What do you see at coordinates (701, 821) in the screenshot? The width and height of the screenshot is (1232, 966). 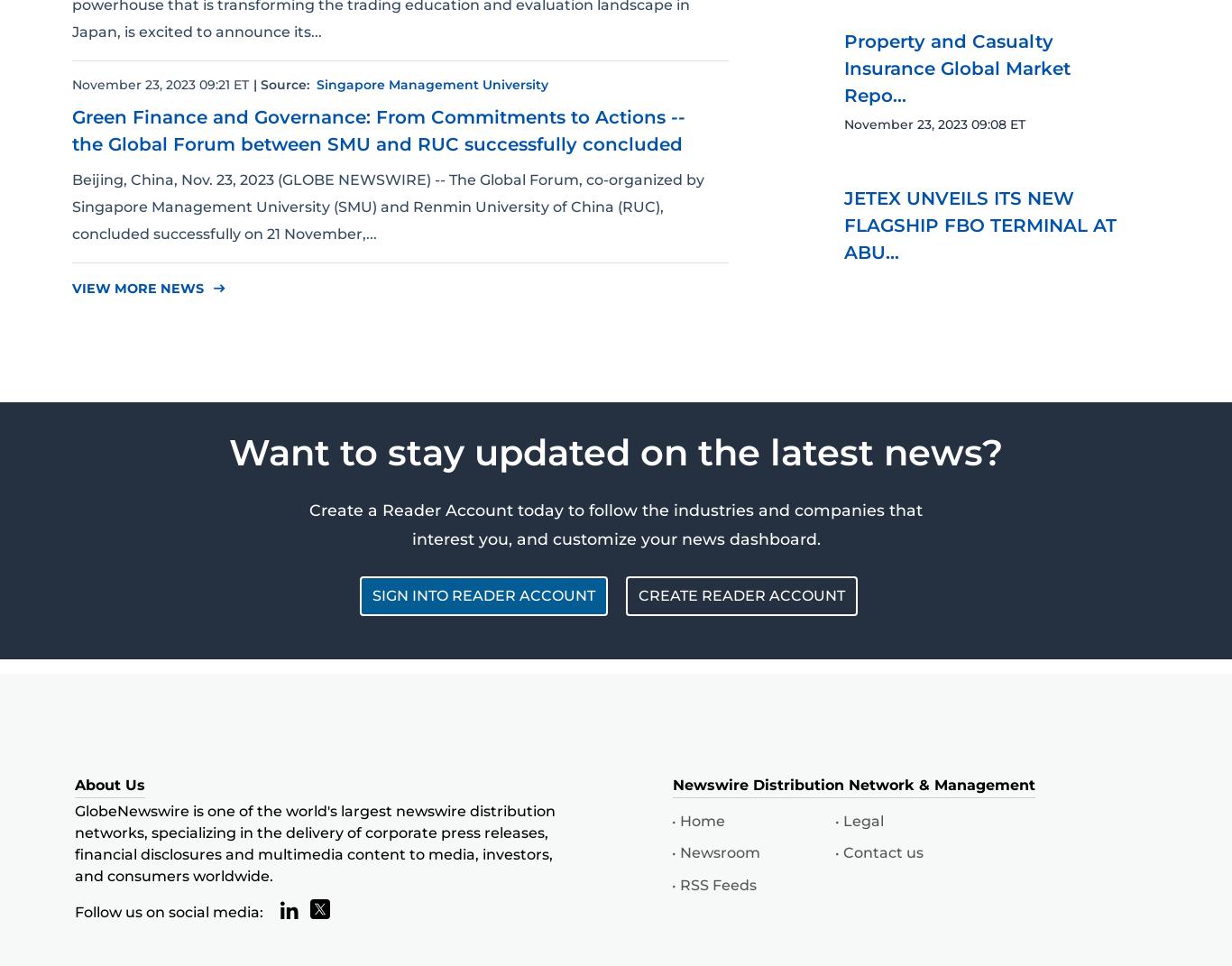 I see `'Home'` at bounding box center [701, 821].